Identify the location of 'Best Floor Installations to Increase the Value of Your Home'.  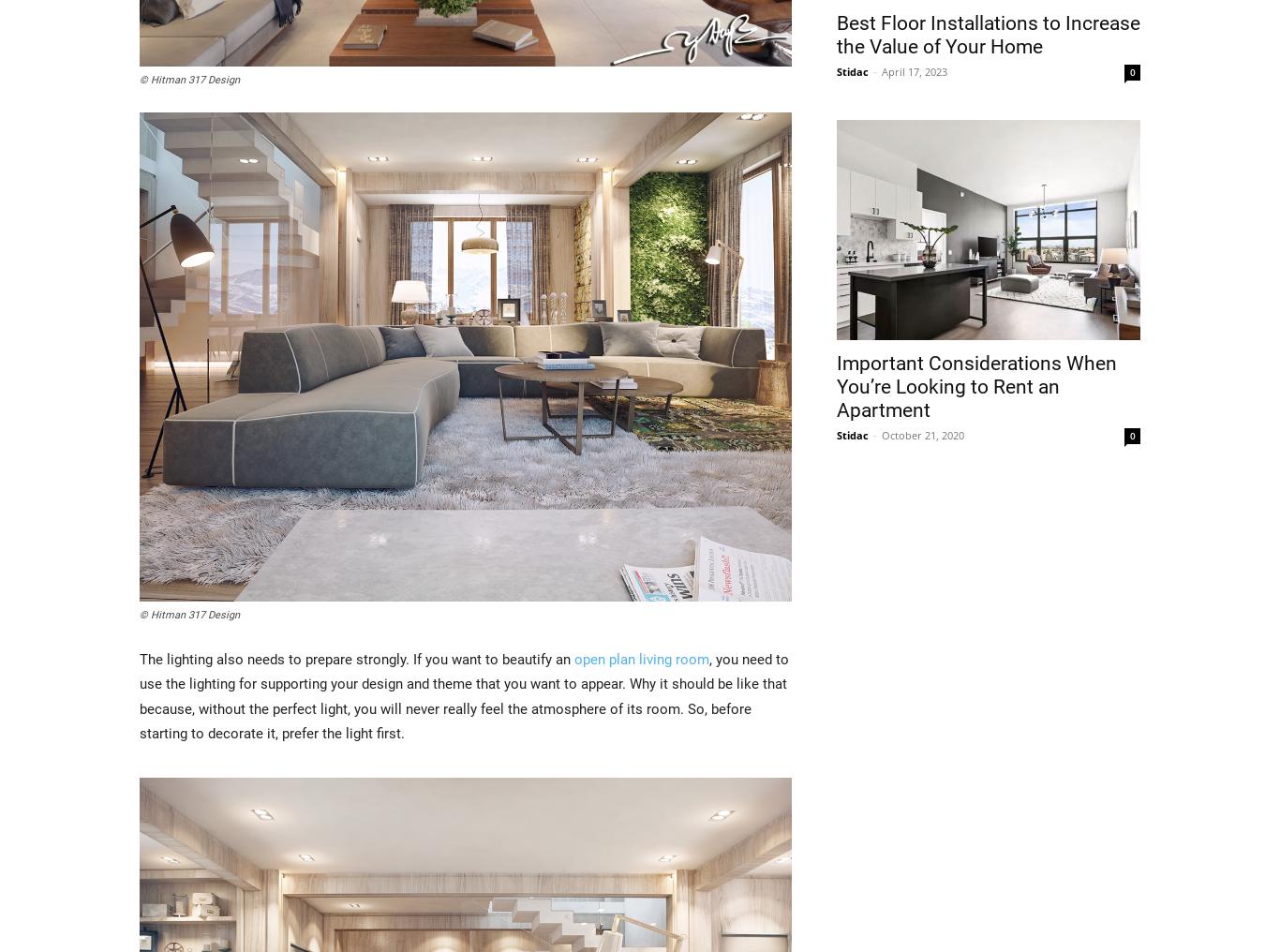
(987, 33).